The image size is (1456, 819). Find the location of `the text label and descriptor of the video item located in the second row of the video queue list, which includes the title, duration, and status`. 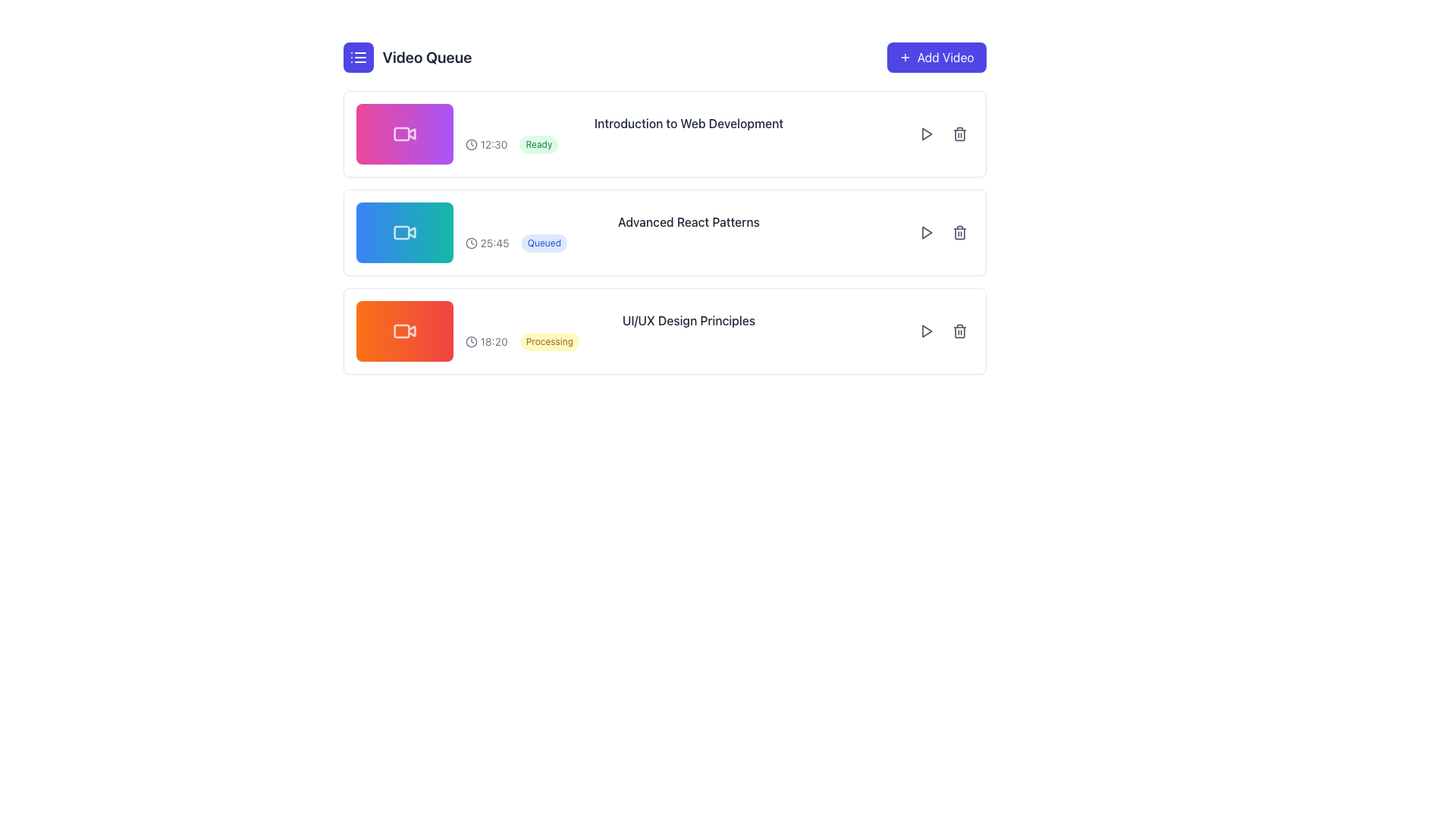

the text label and descriptor of the video item located in the second row of the video queue list, which includes the title, duration, and status is located at coordinates (688, 233).